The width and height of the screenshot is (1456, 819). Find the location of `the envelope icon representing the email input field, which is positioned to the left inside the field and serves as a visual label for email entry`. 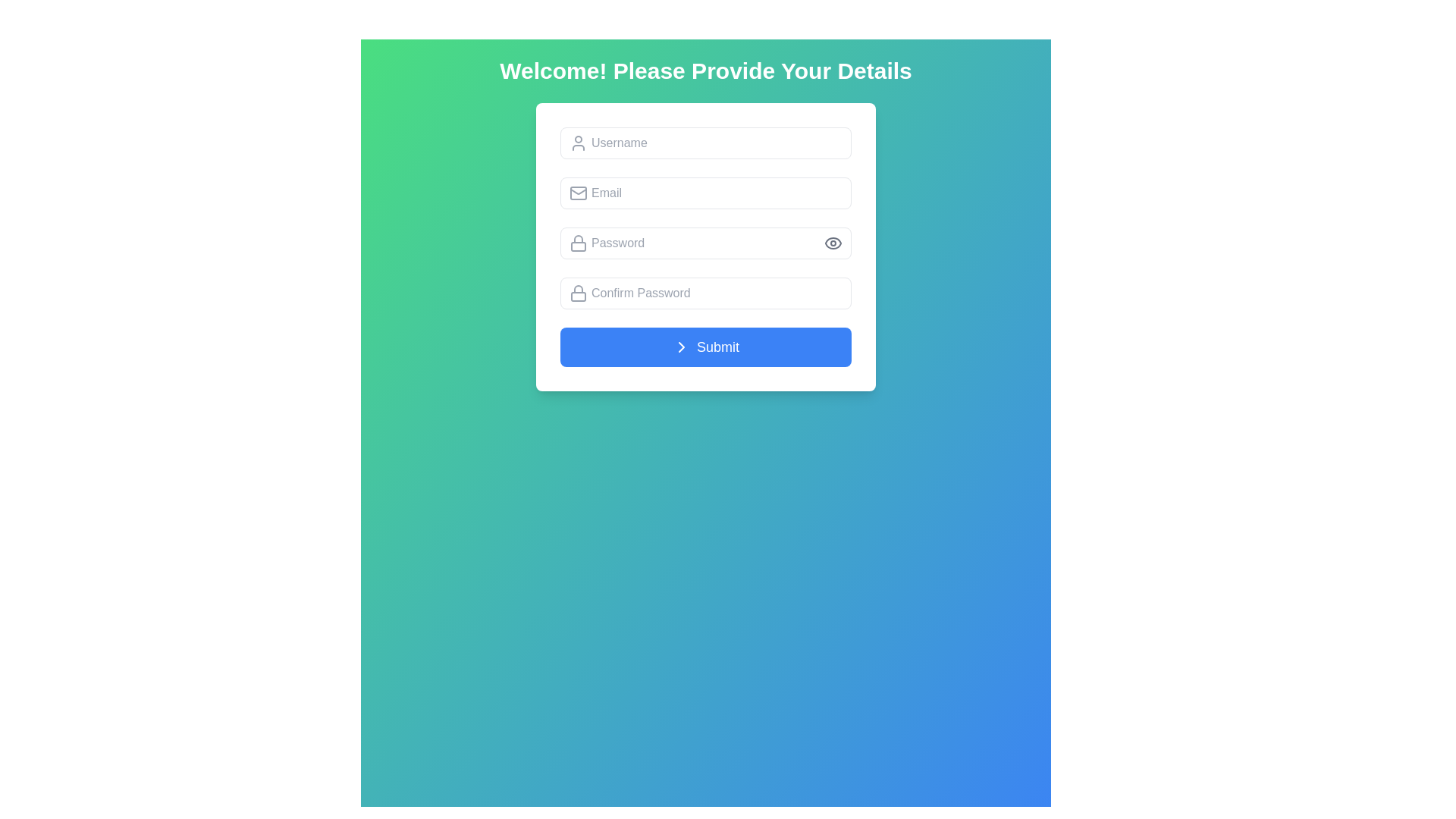

the envelope icon representing the email input field, which is positioned to the left inside the field and serves as a visual label for email entry is located at coordinates (578, 192).